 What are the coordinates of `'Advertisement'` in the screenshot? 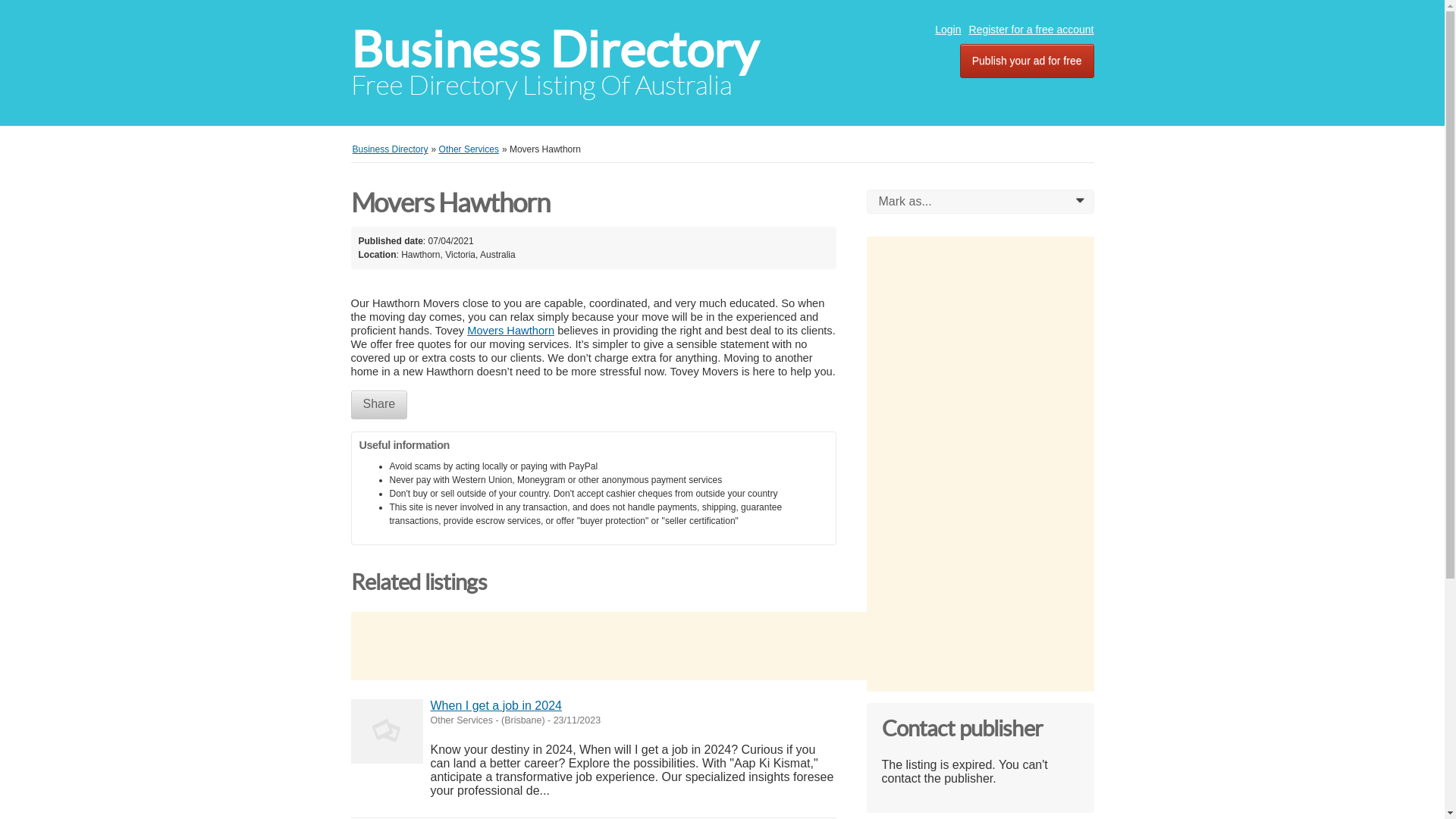 It's located at (979, 463).